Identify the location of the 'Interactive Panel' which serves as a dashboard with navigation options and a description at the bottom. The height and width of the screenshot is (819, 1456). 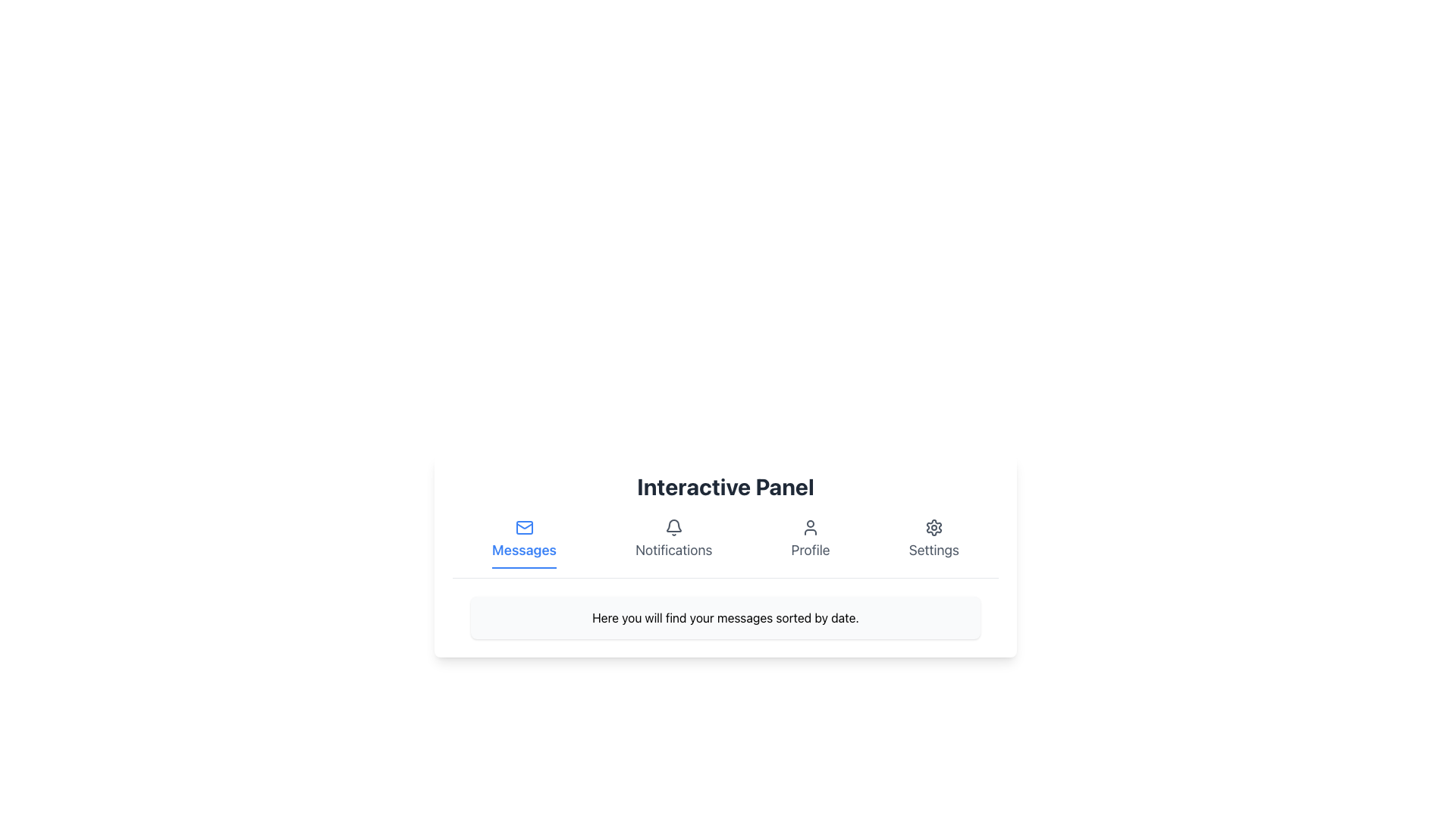
(724, 555).